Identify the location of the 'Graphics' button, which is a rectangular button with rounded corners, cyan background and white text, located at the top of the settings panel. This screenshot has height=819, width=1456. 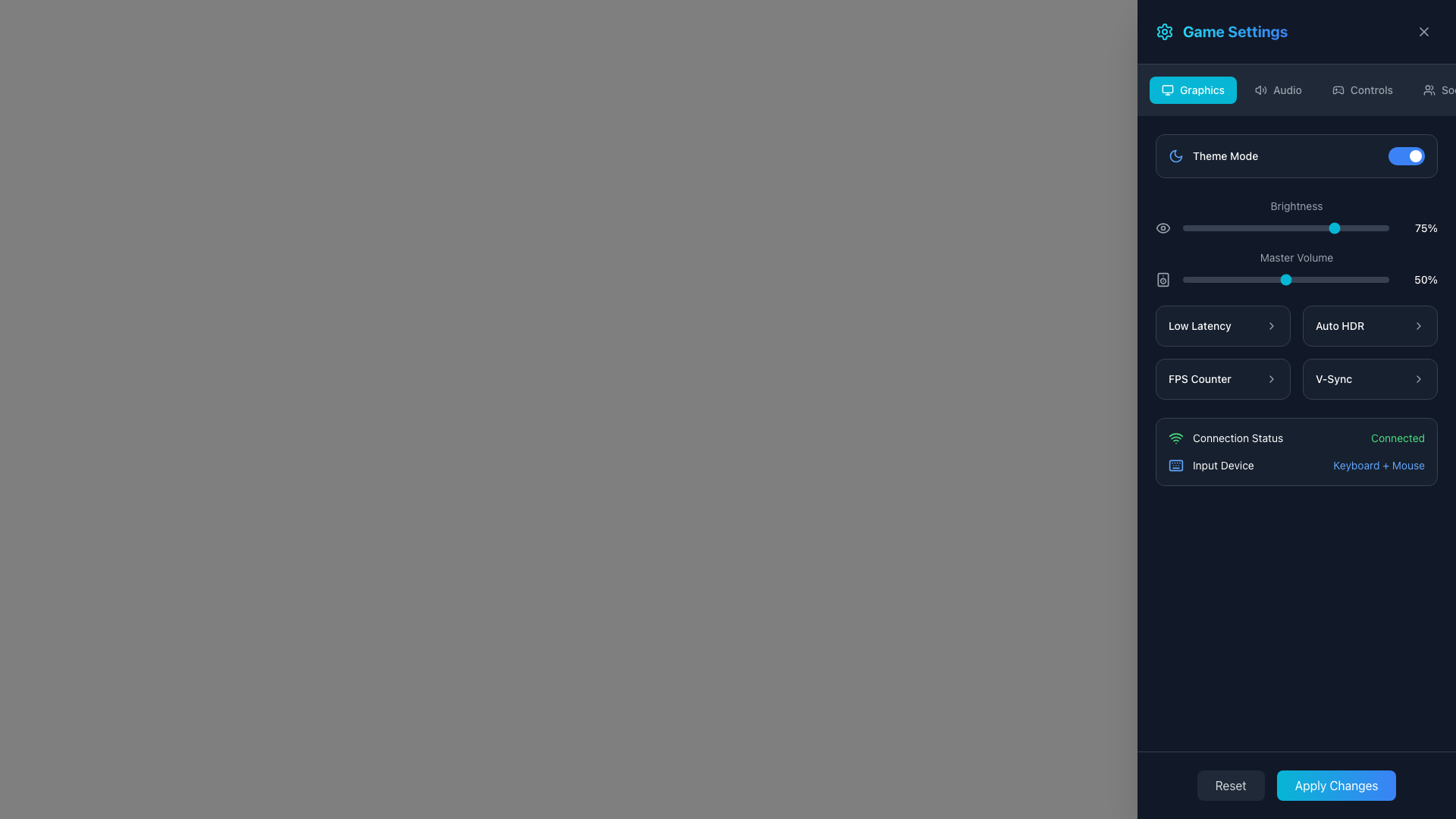
(1192, 90).